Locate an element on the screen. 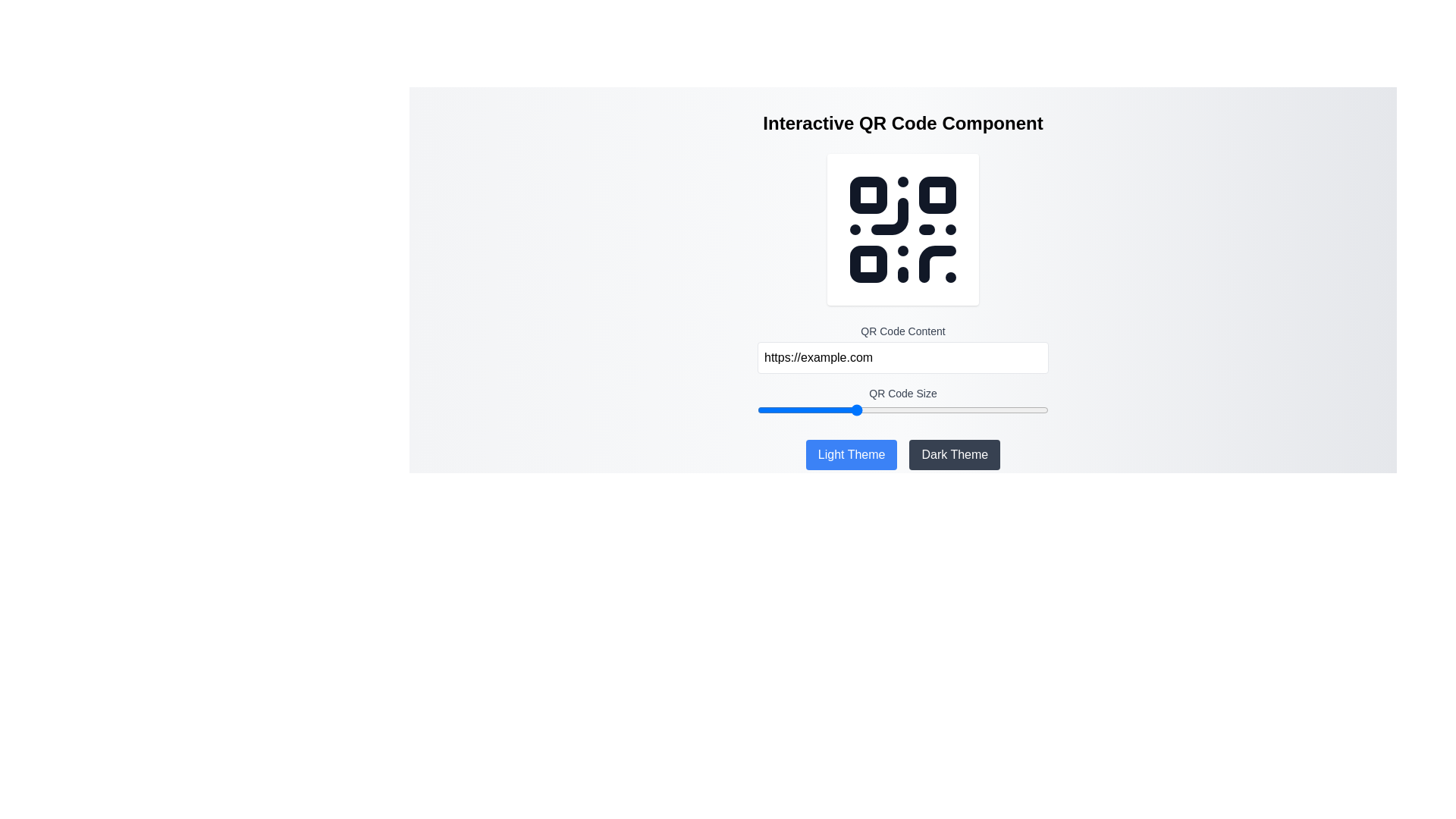 This screenshot has width=1456, height=819. the small square with a white fill and black border located at the bottom-left corner of the QR code graphic is located at coordinates (868, 263).